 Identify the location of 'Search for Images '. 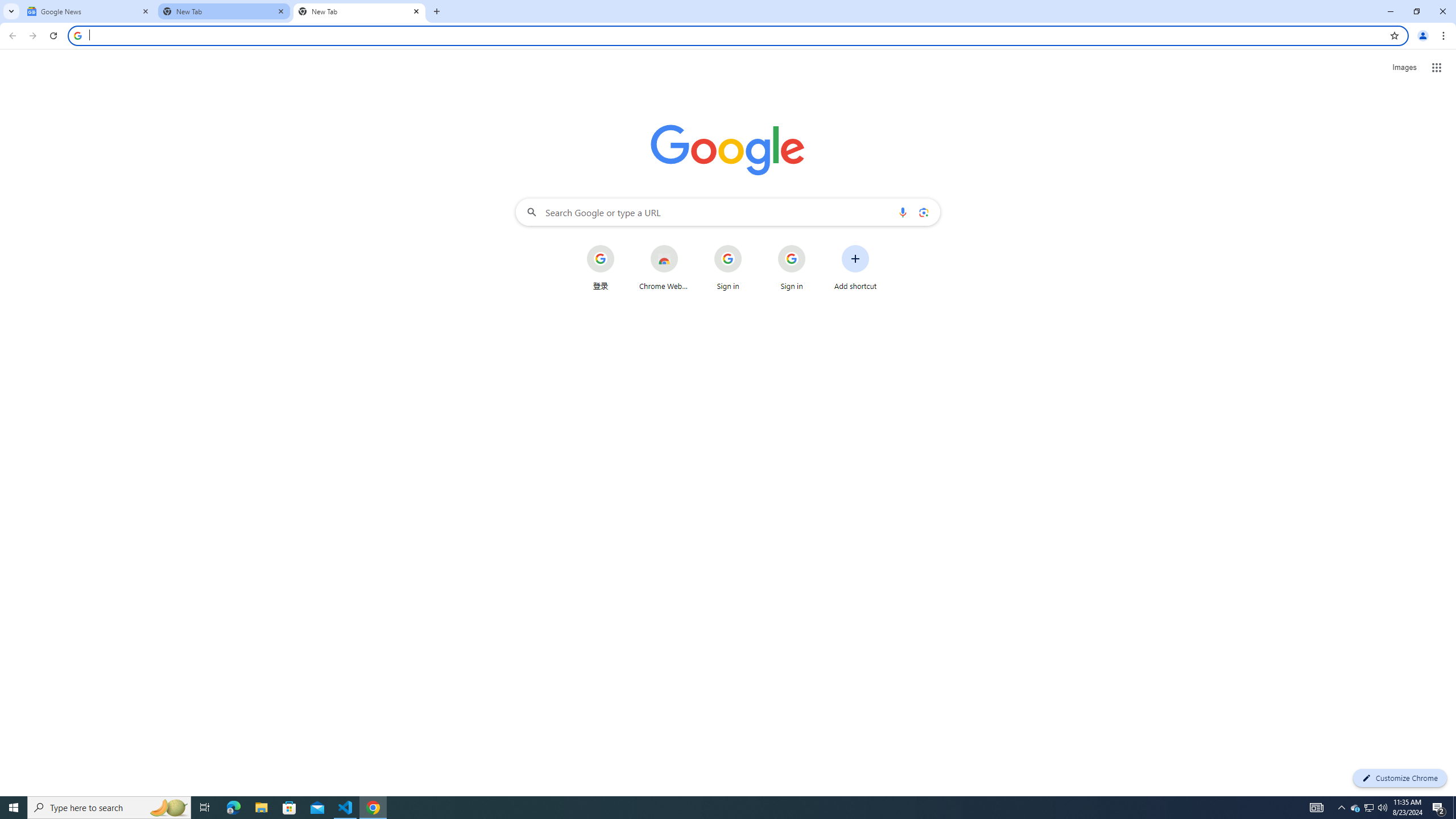
(1404, 67).